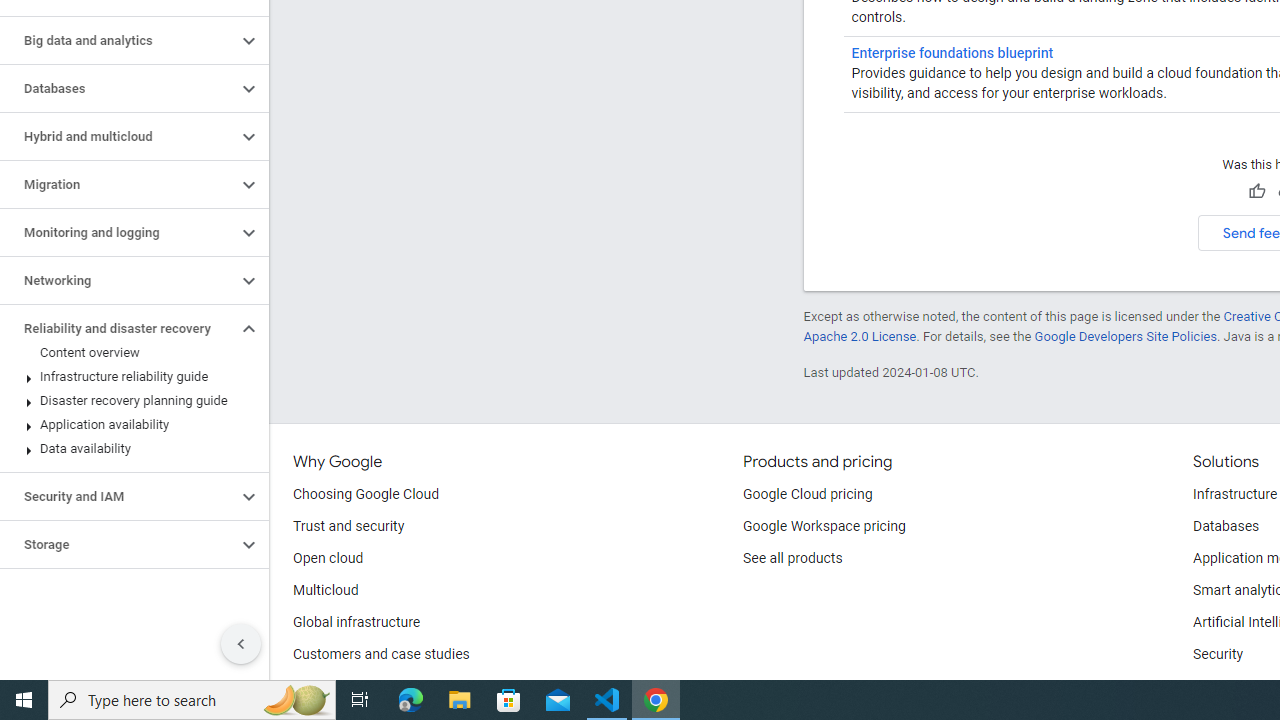  I want to click on 'Storage', so click(117, 545).